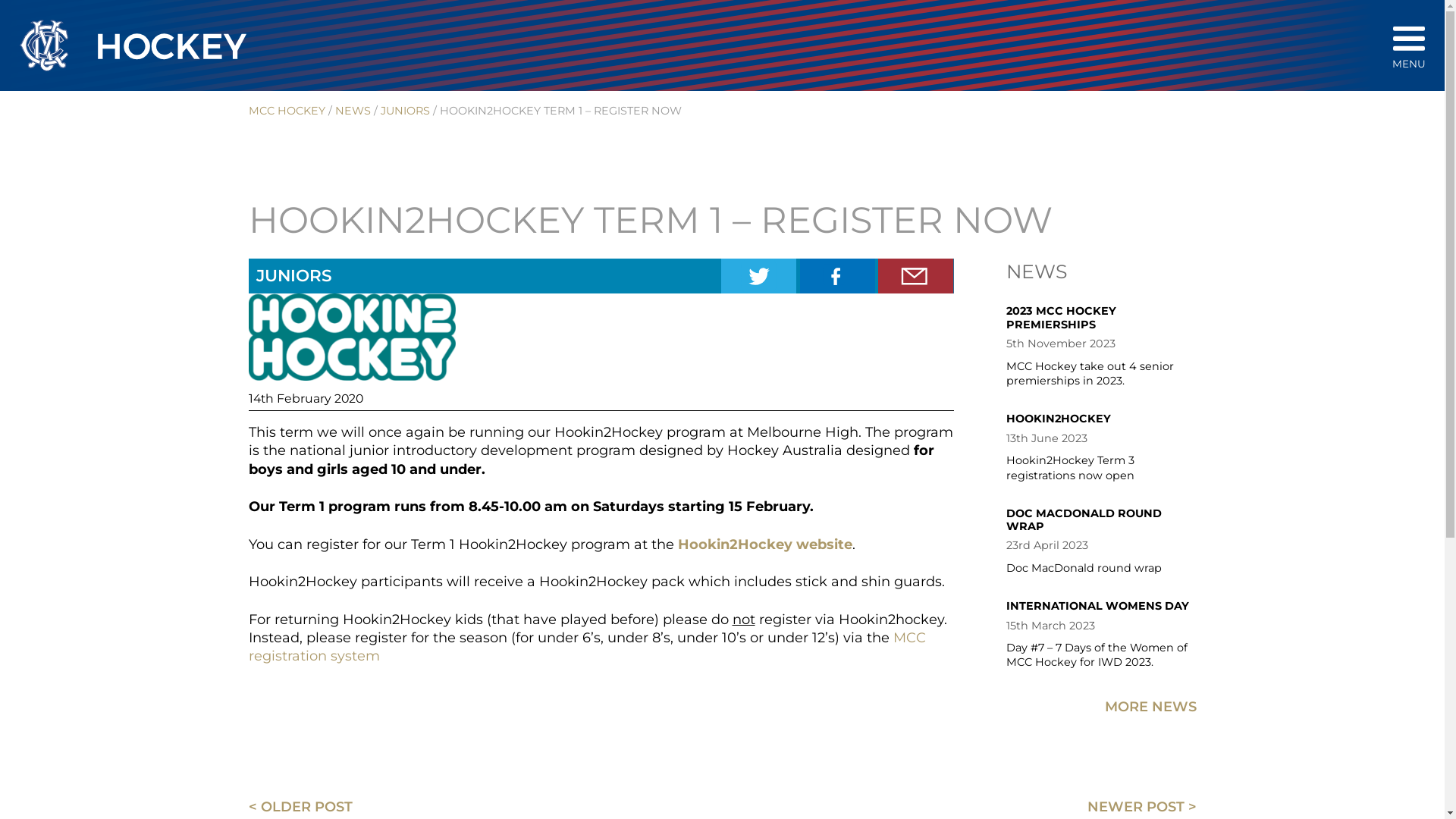  I want to click on '< OLDER POST', so click(300, 806).